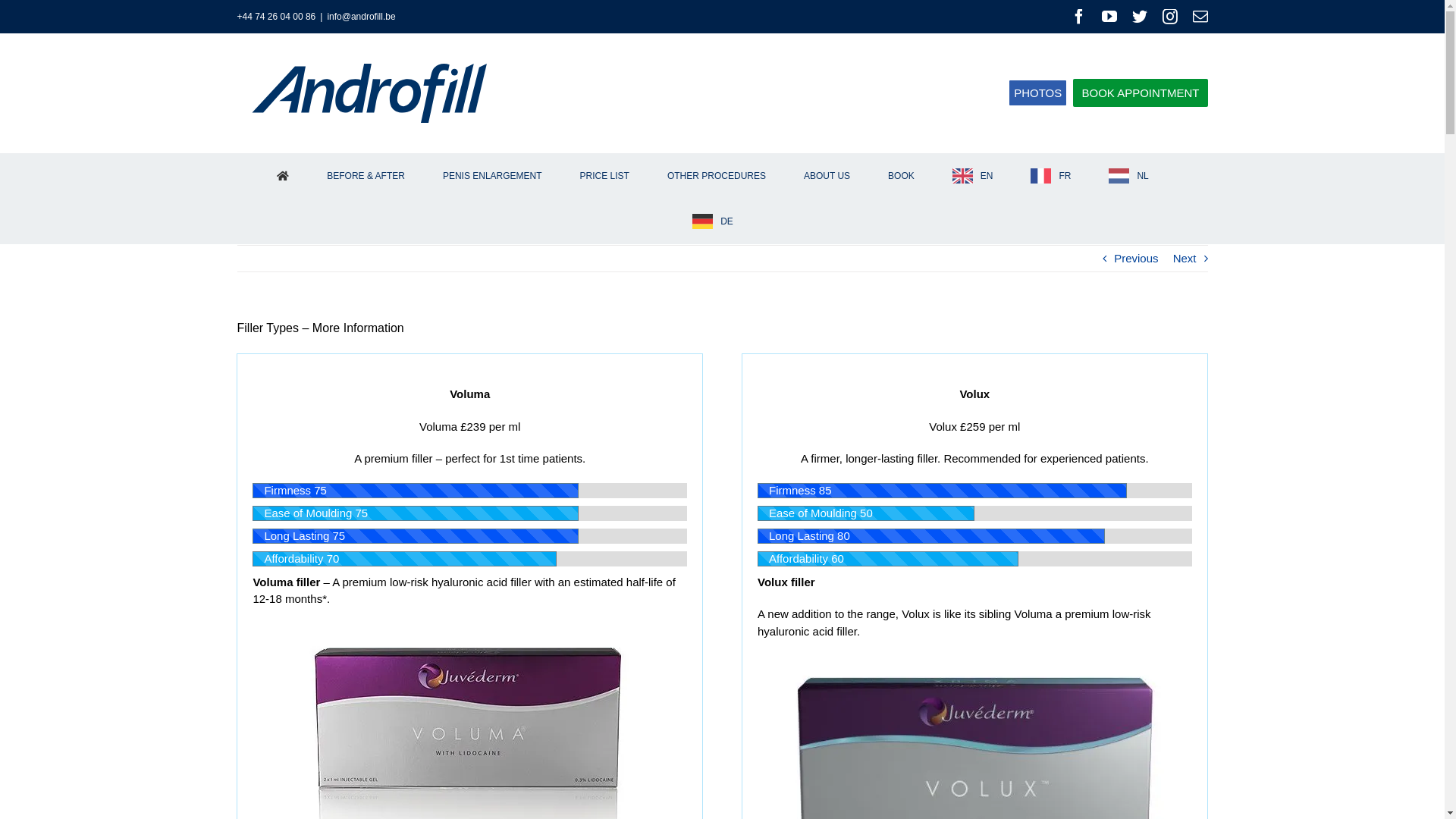 This screenshot has width=1456, height=819. What do you see at coordinates (359, 17) in the screenshot?
I see `'info@androfill.be'` at bounding box center [359, 17].